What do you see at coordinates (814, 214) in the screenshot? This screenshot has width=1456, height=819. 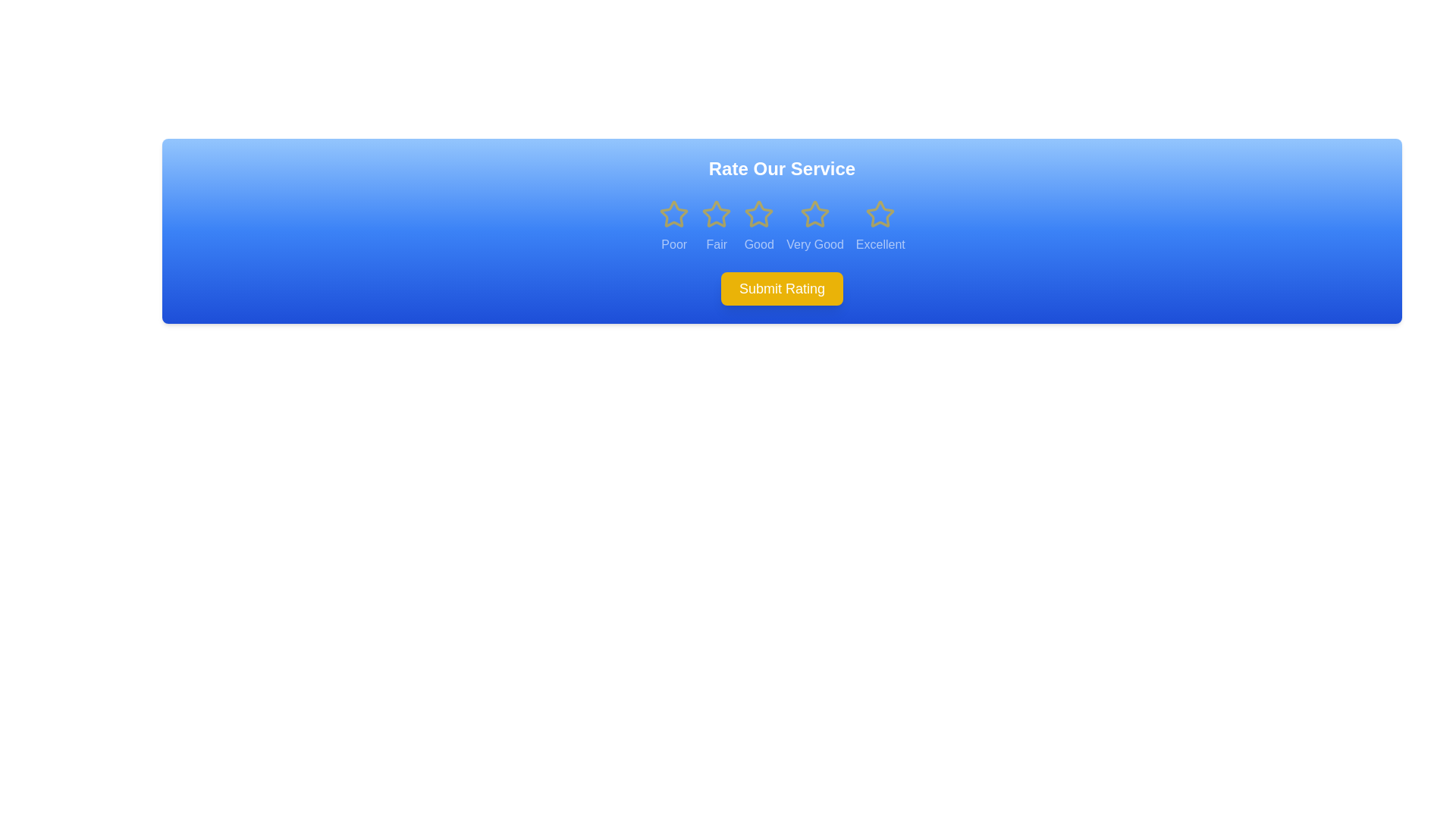 I see `the fourth star in the rating system, which is a golden-yellow star icon on a blue gradient background` at bounding box center [814, 214].